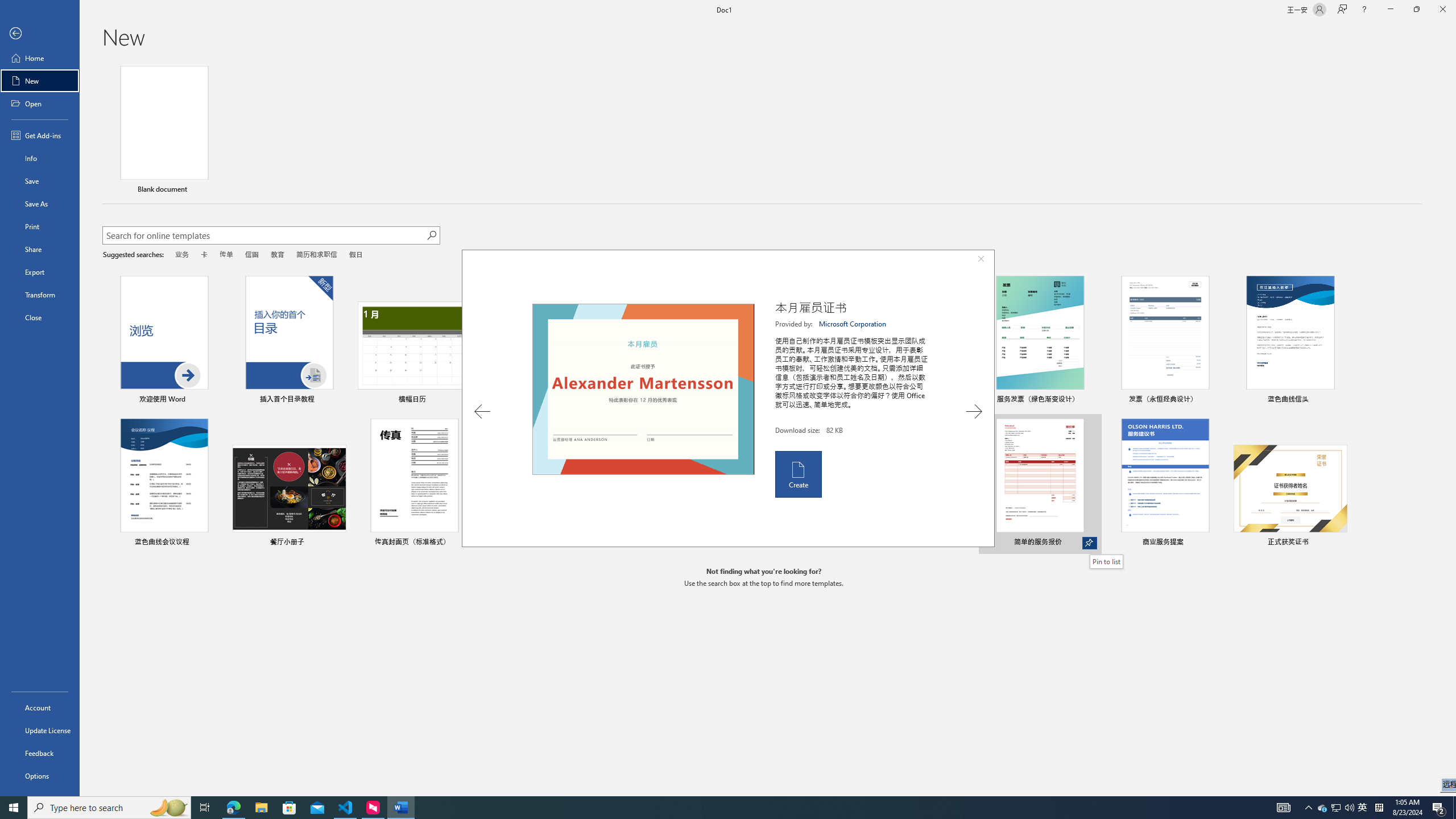 This screenshot has width=1456, height=819. I want to click on 'Options', so click(39, 775).